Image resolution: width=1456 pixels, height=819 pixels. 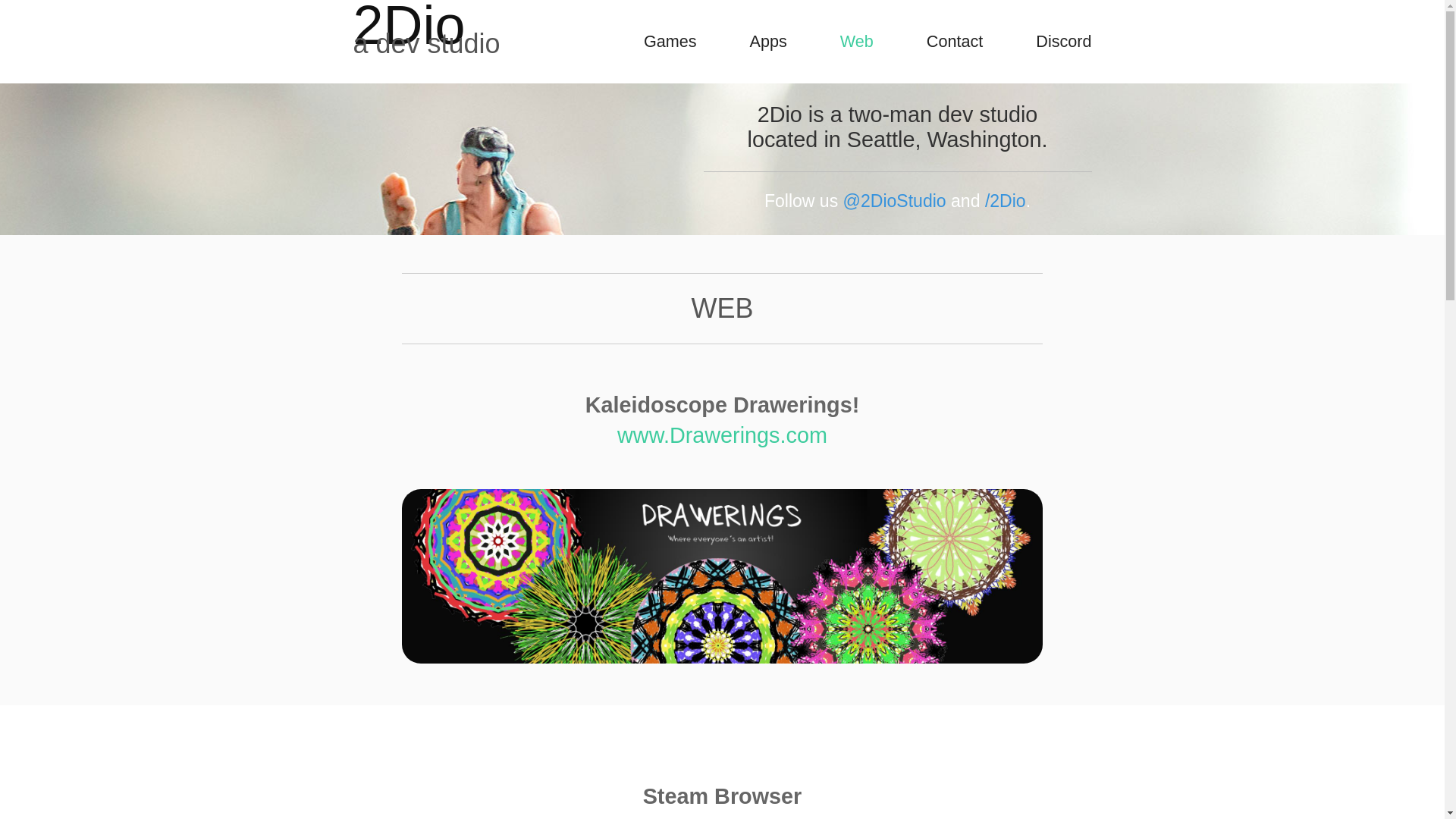 I want to click on '@2DioStudio', so click(x=895, y=200).